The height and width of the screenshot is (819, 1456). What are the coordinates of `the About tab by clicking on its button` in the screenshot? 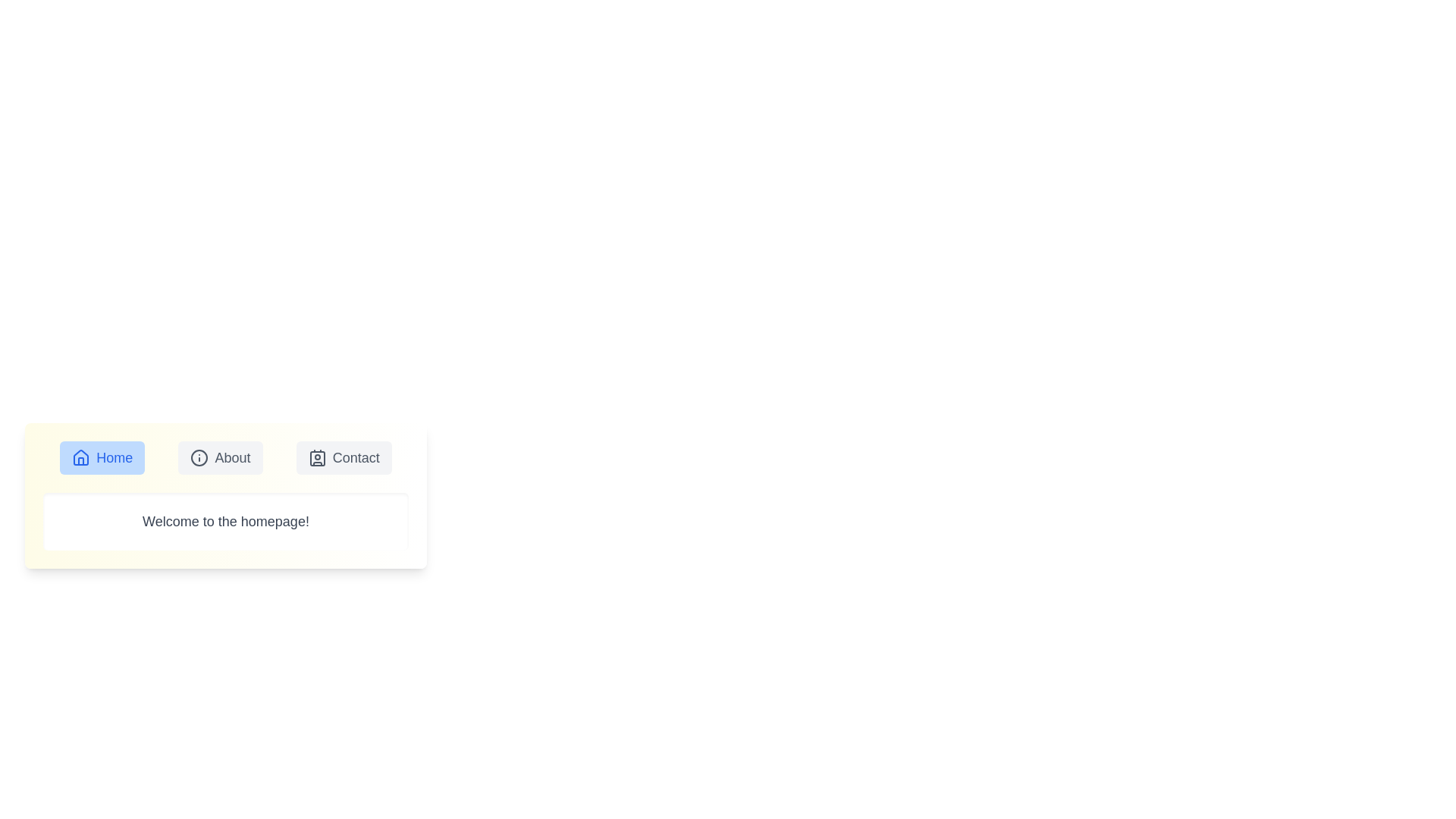 It's located at (220, 457).